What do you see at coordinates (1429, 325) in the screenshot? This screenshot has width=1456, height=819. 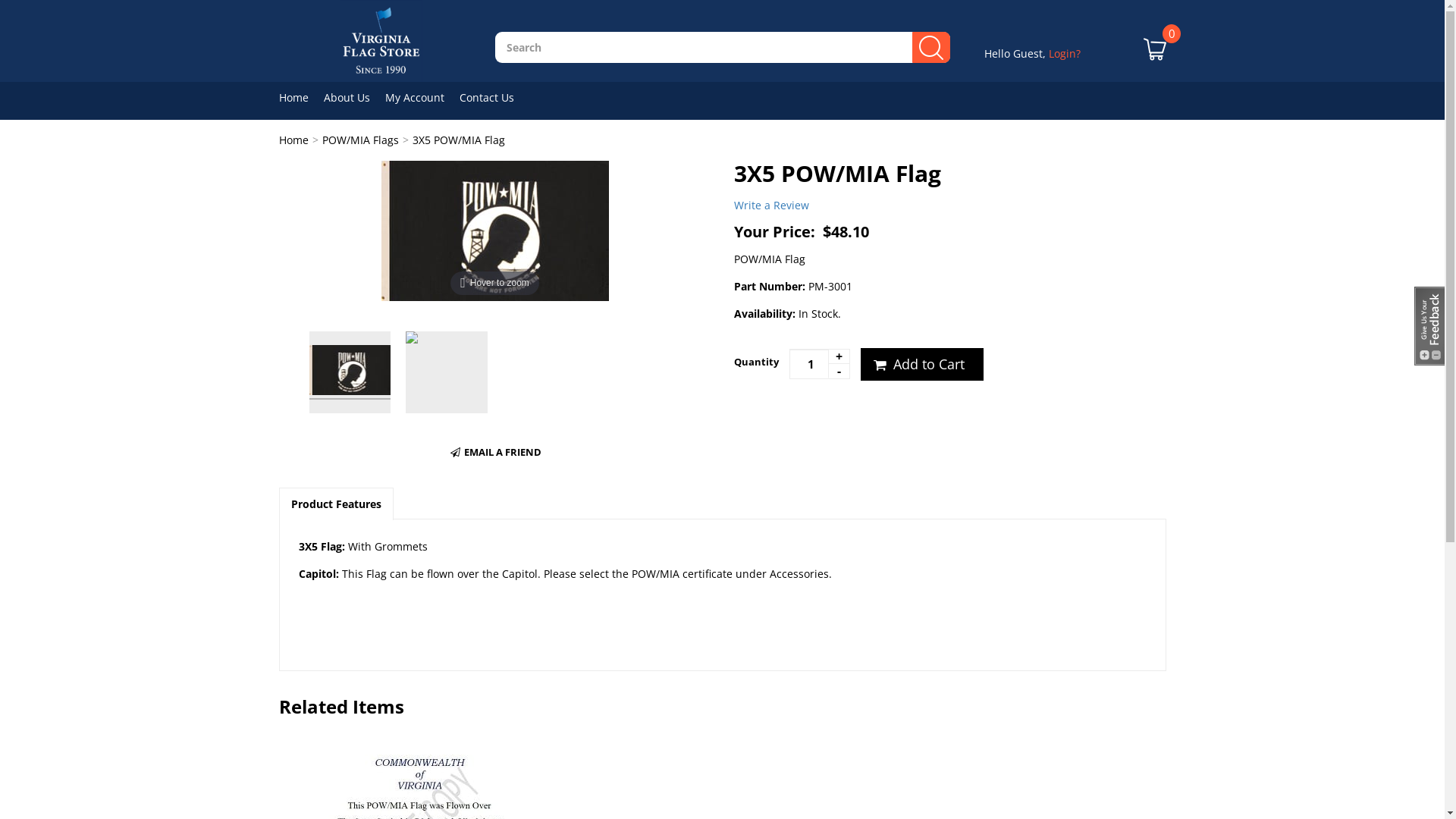 I see `'Feedback'` at bounding box center [1429, 325].